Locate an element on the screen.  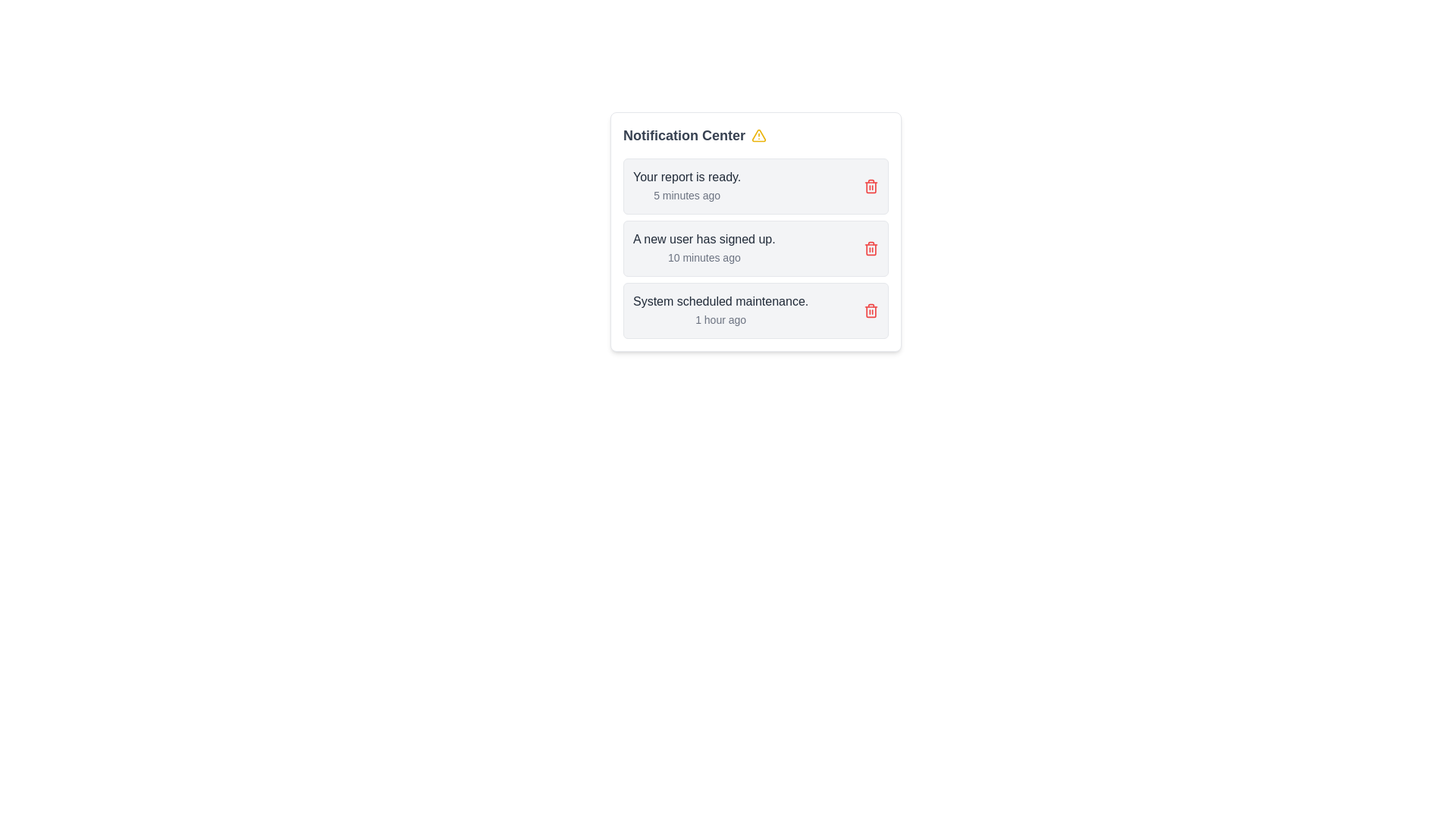
the third notification card in the Notification Center, which is styled with a rounded rectangle and contains textual information and an icon is located at coordinates (756, 309).